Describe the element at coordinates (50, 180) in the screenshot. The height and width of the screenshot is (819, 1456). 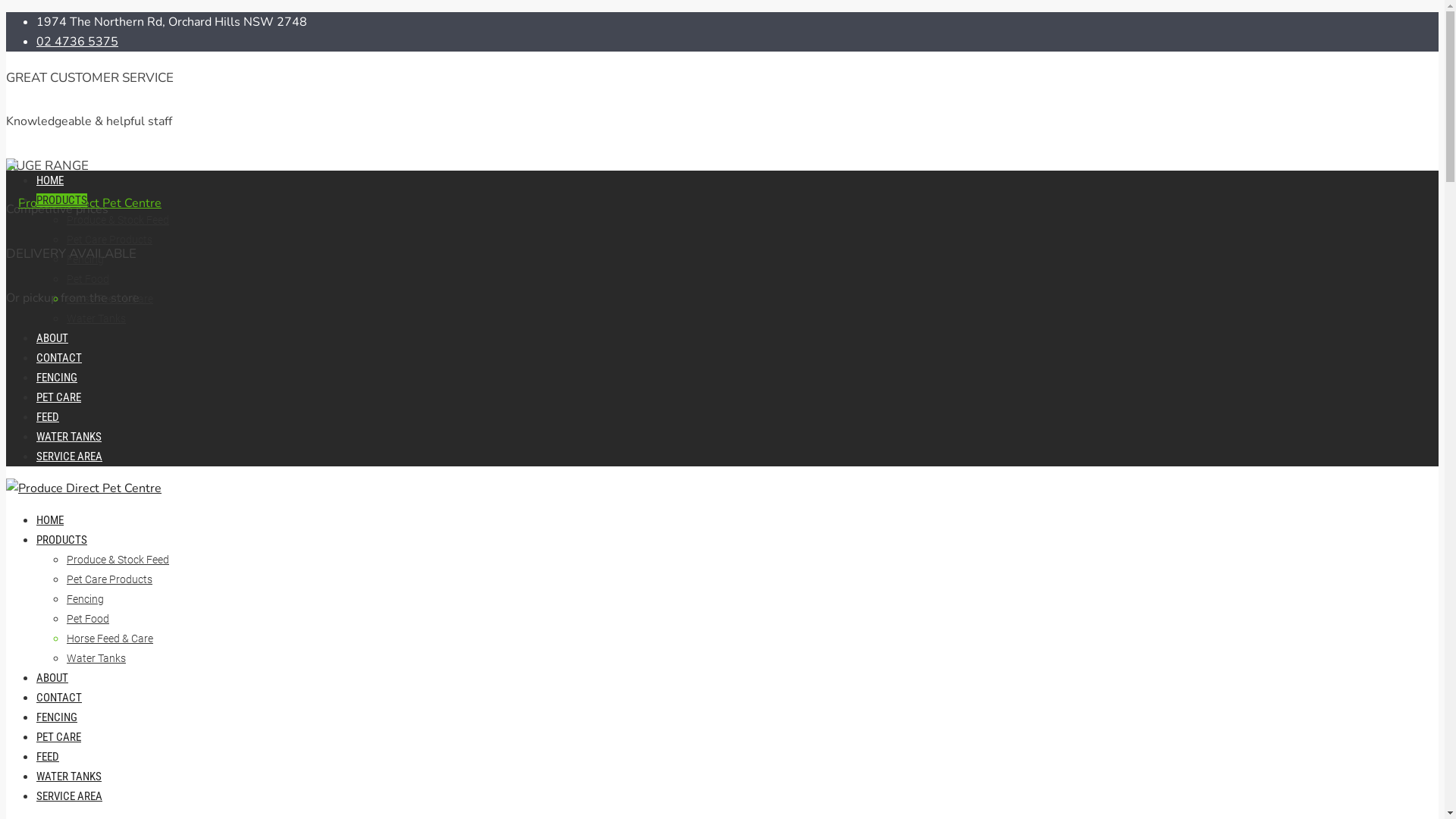
I see `'HOME'` at that location.